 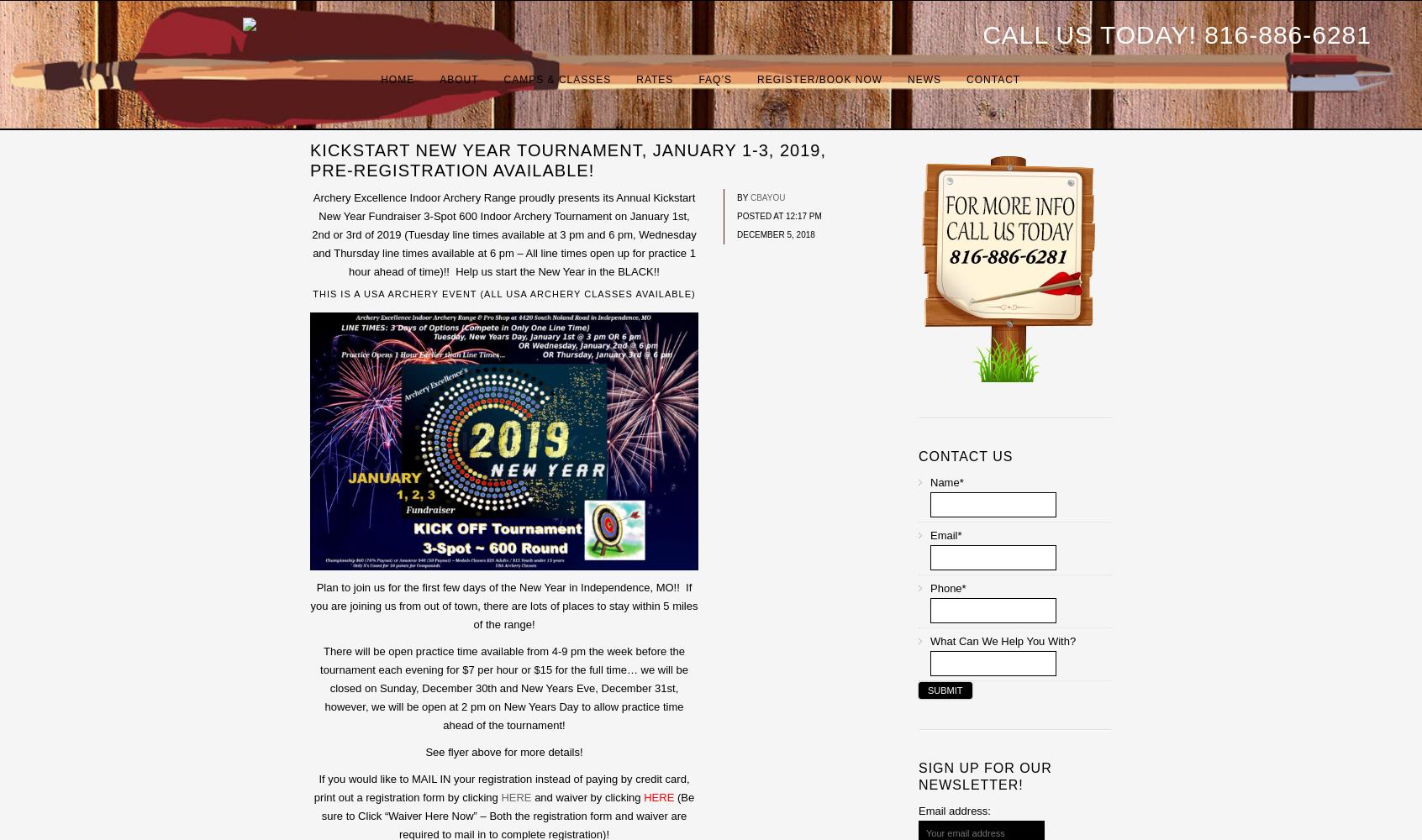 I want to click on 'Kickstart New Year Tournament, January 1-3, 2019, Pre-Registration Available!', so click(x=310, y=160).